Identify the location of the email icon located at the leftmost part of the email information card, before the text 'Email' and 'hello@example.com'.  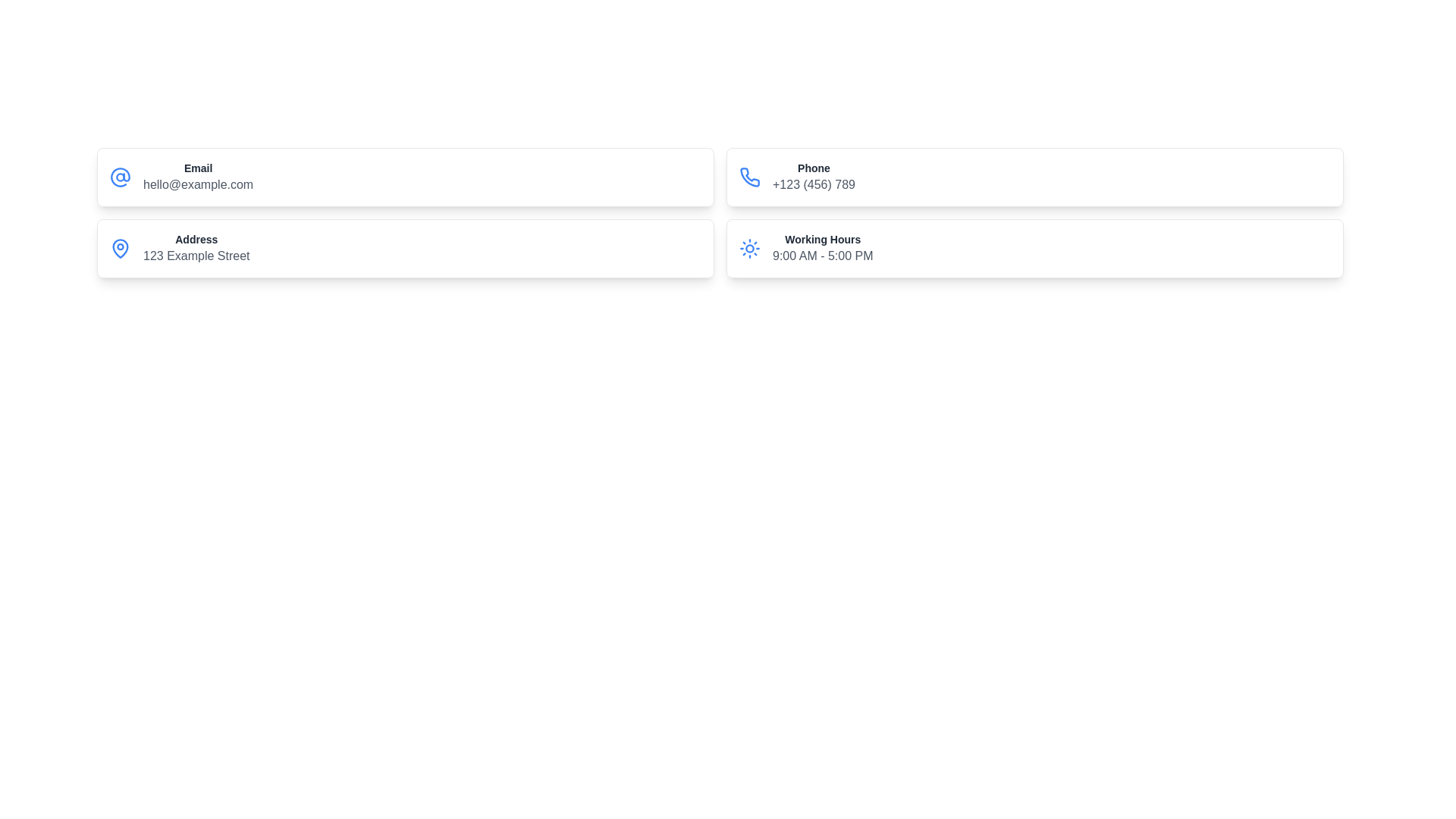
(119, 177).